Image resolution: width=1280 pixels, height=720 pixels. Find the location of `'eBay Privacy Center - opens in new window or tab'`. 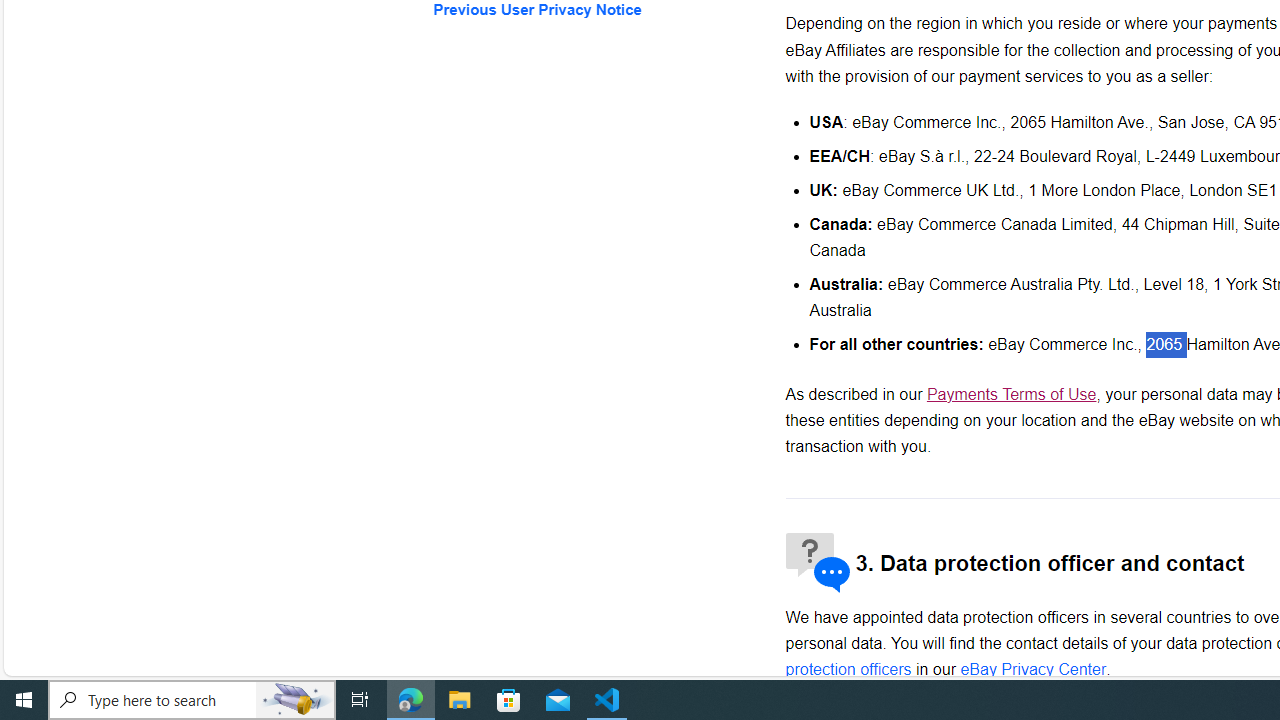

'eBay Privacy Center - opens in new window or tab' is located at coordinates (1033, 669).